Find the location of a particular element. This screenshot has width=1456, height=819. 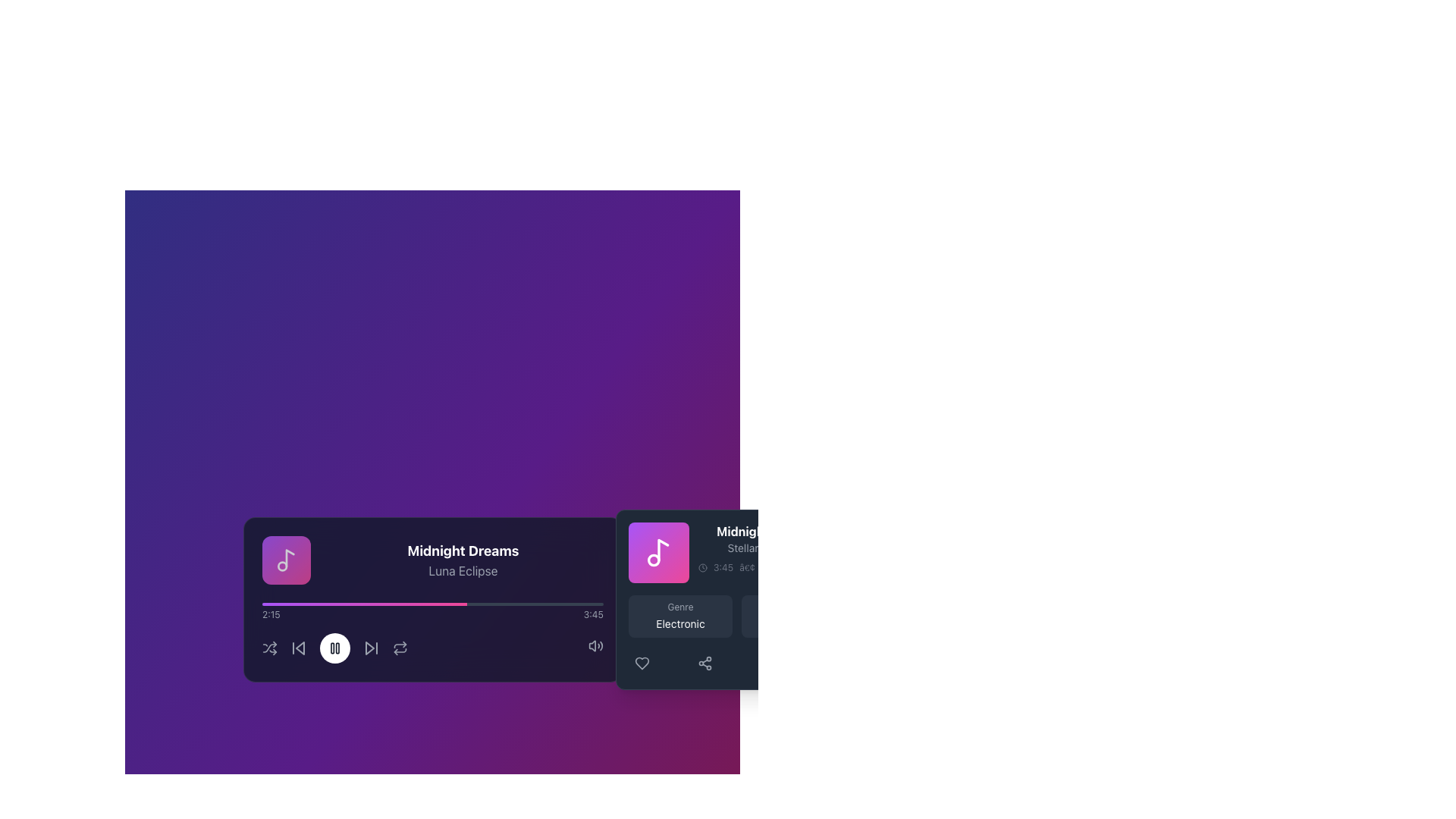

the Decorative audio volume icon, which is a geometric icon resembling a speaker, located at the bottom-right of the interface adjacent to the music player is located at coordinates (591, 646).